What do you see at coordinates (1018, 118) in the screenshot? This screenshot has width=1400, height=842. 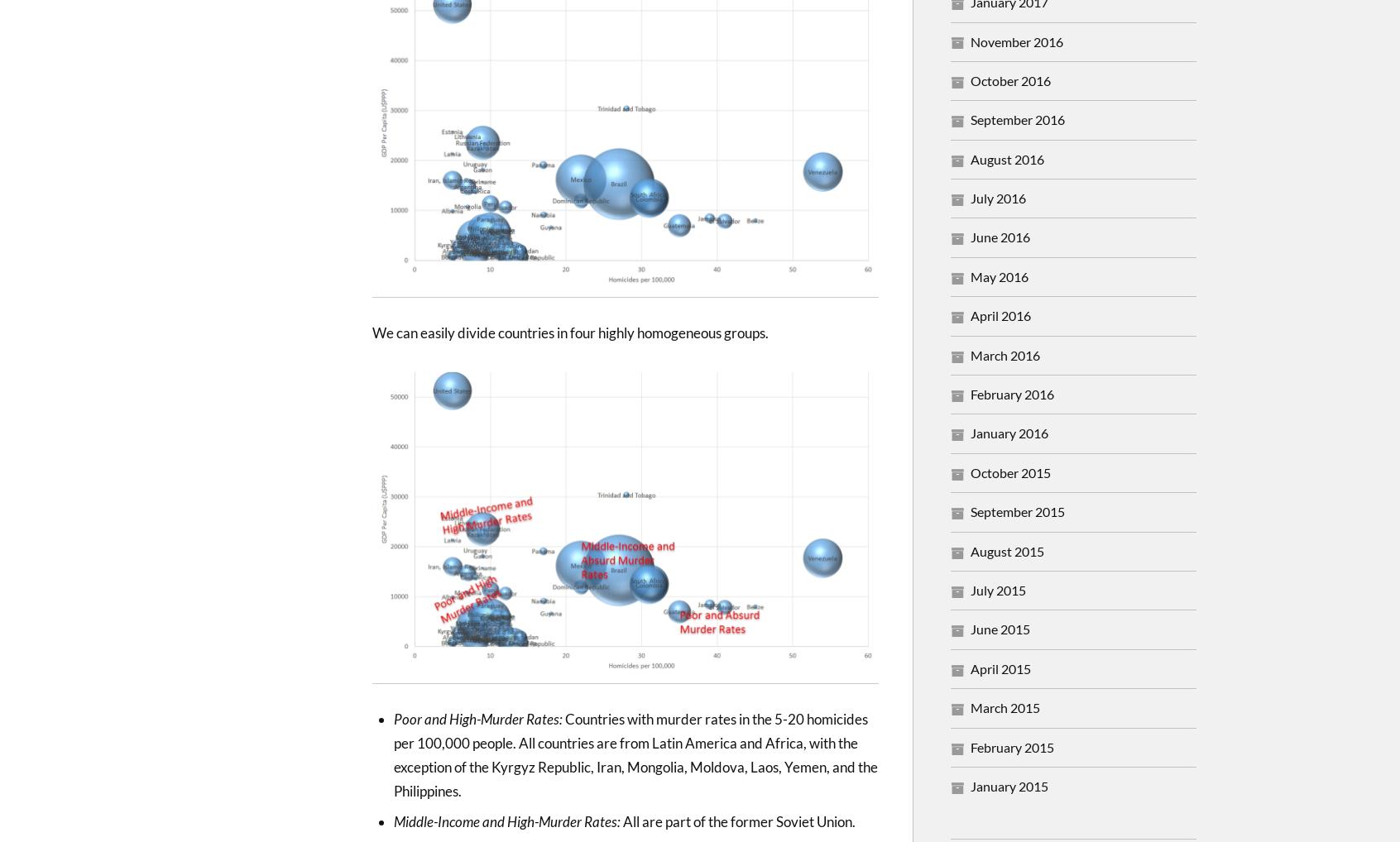 I see `'September 2016'` at bounding box center [1018, 118].